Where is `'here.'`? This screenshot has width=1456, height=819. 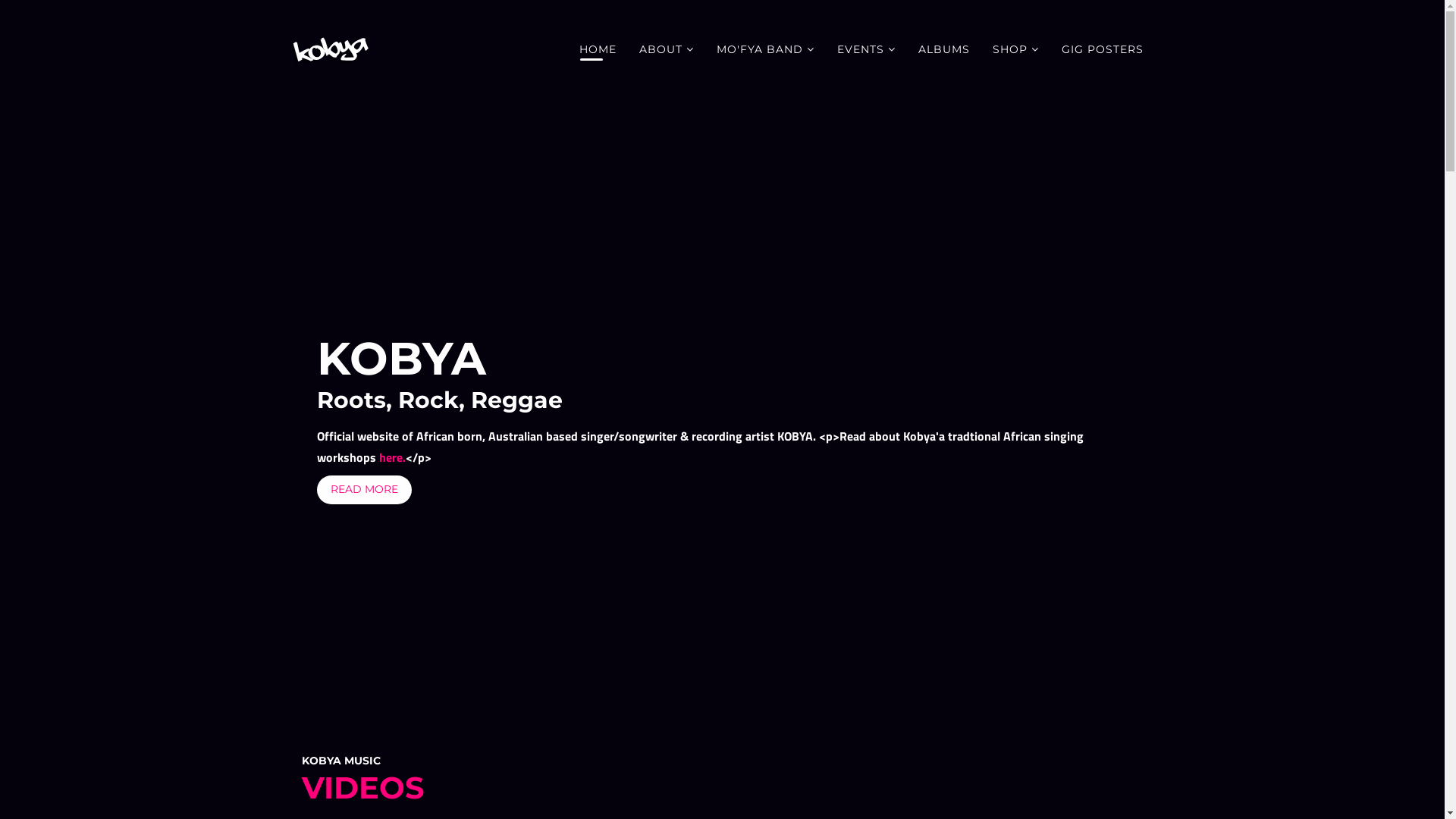 'here.' is located at coordinates (392, 456).